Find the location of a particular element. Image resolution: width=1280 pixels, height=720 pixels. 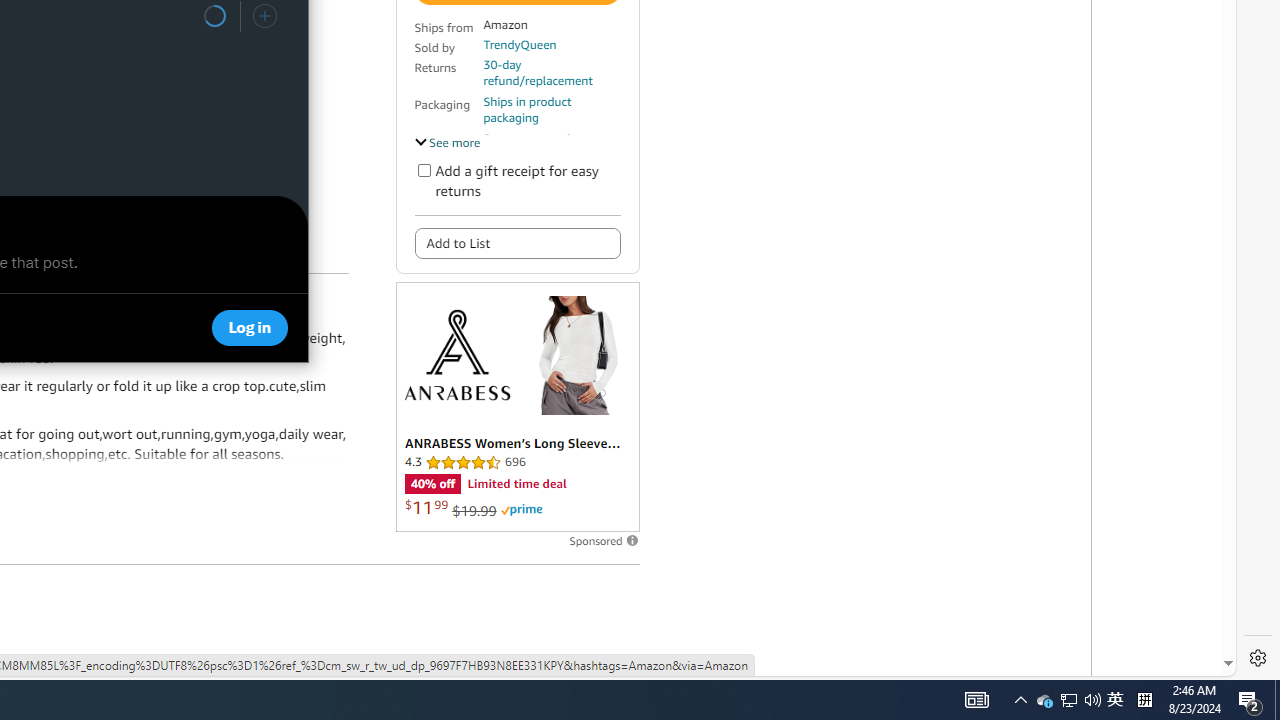

'AutomationID: 4105' is located at coordinates (977, 698).